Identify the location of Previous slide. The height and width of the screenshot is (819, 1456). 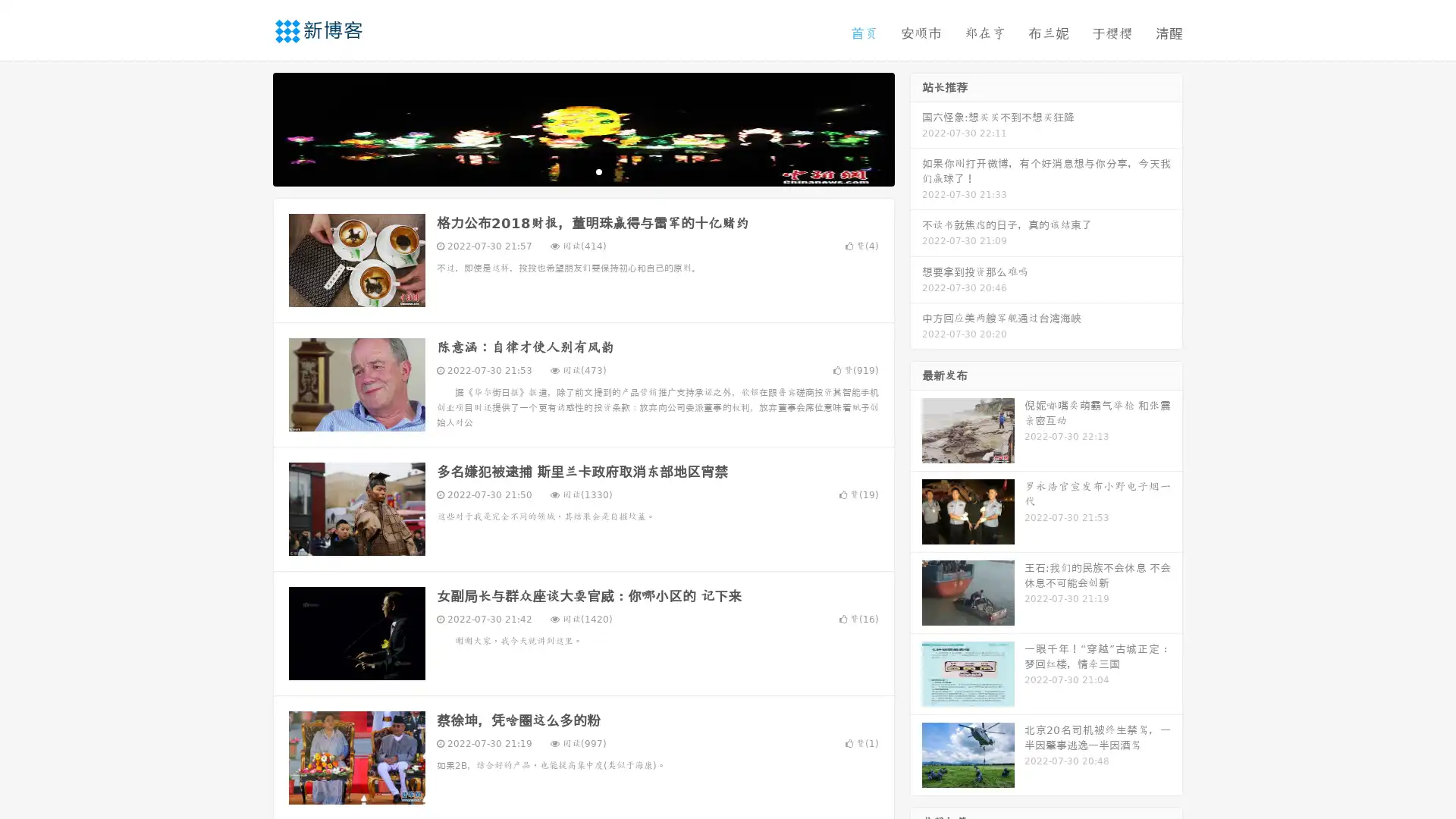
(250, 127).